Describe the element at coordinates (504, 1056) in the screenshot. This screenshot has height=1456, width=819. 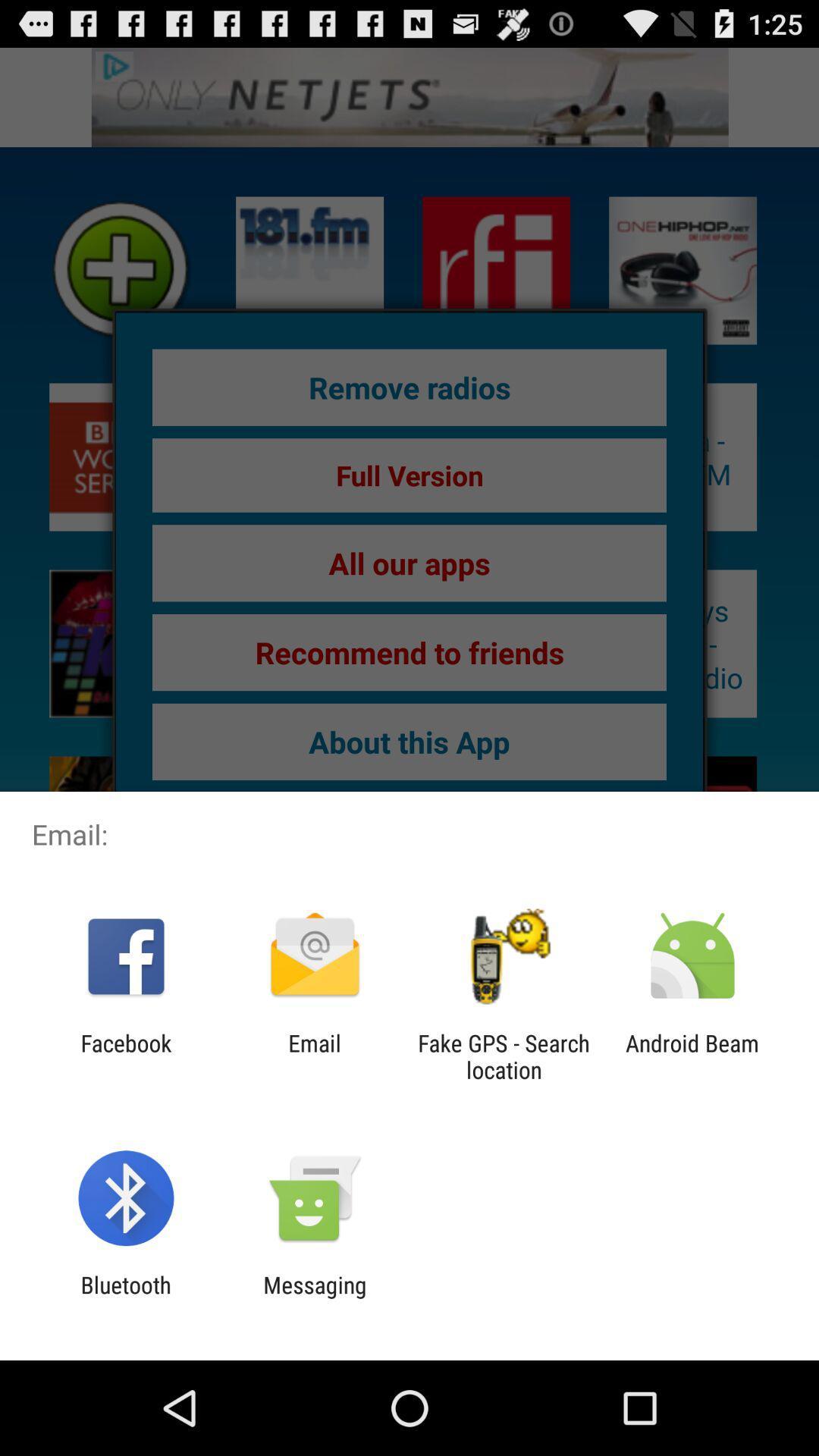
I see `the item next to the email app` at that location.